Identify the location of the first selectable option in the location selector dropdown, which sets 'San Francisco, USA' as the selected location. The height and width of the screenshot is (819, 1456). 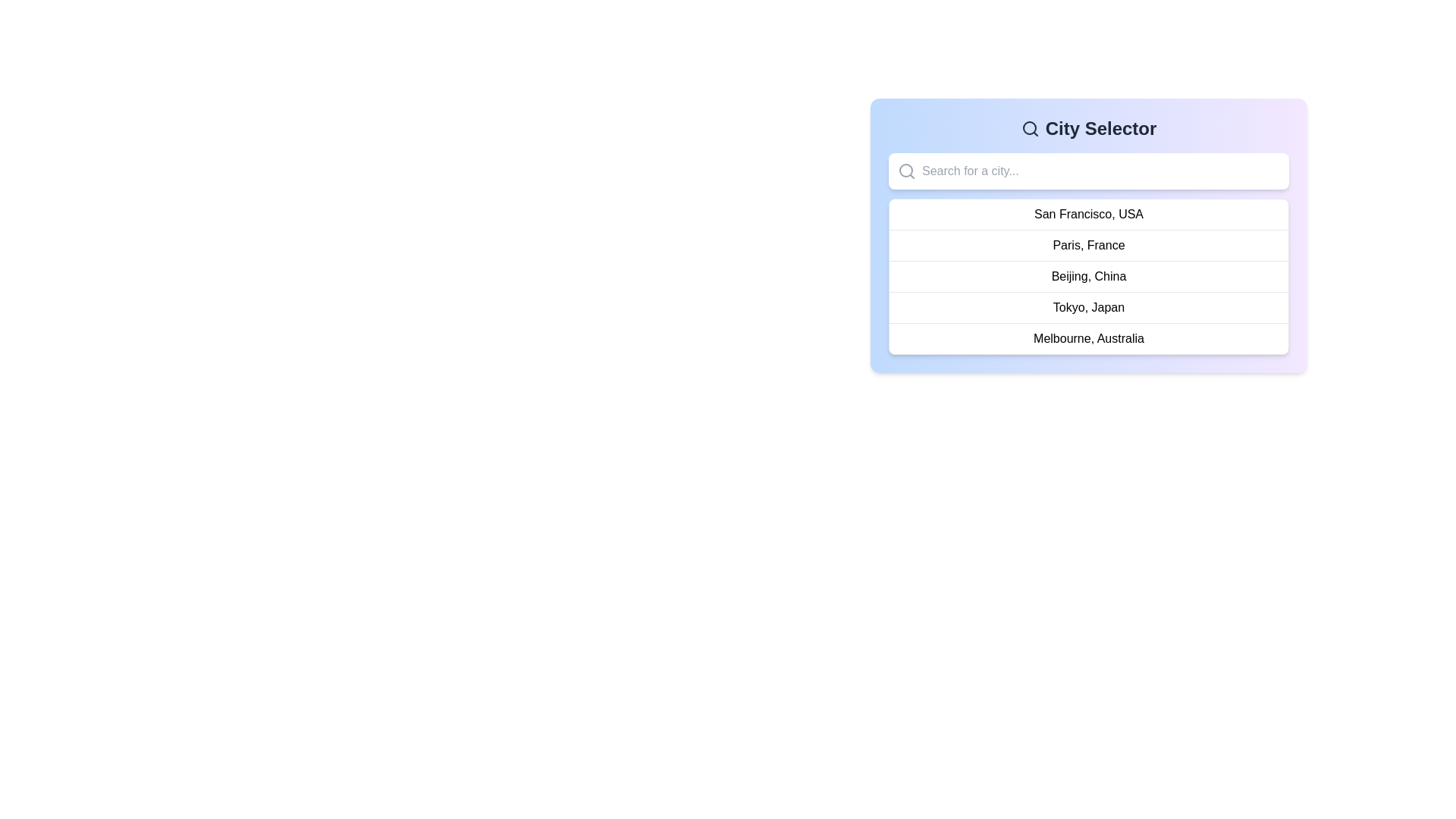
(1087, 214).